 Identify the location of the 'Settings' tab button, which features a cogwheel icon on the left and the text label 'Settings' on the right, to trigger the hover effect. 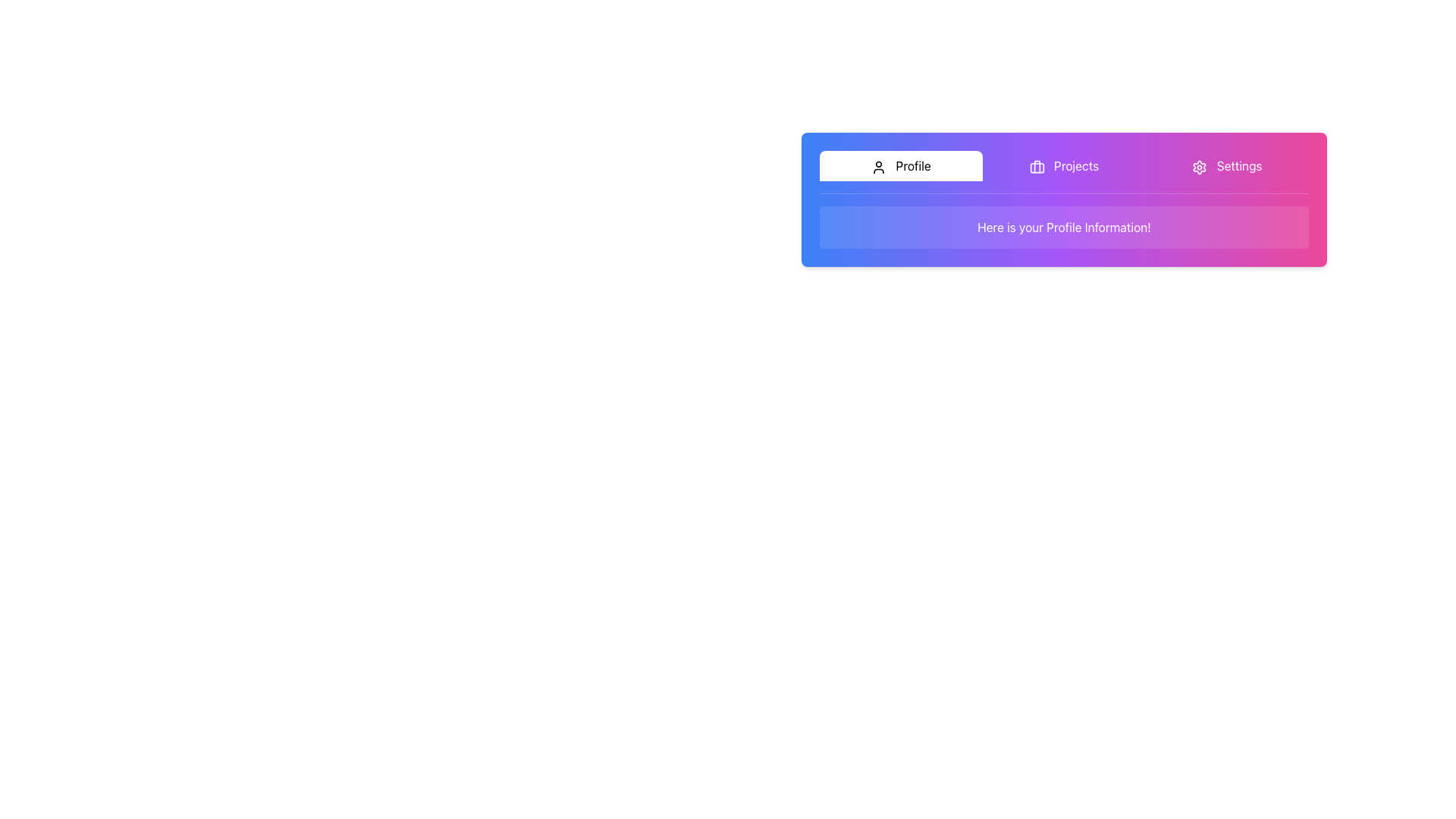
(1227, 166).